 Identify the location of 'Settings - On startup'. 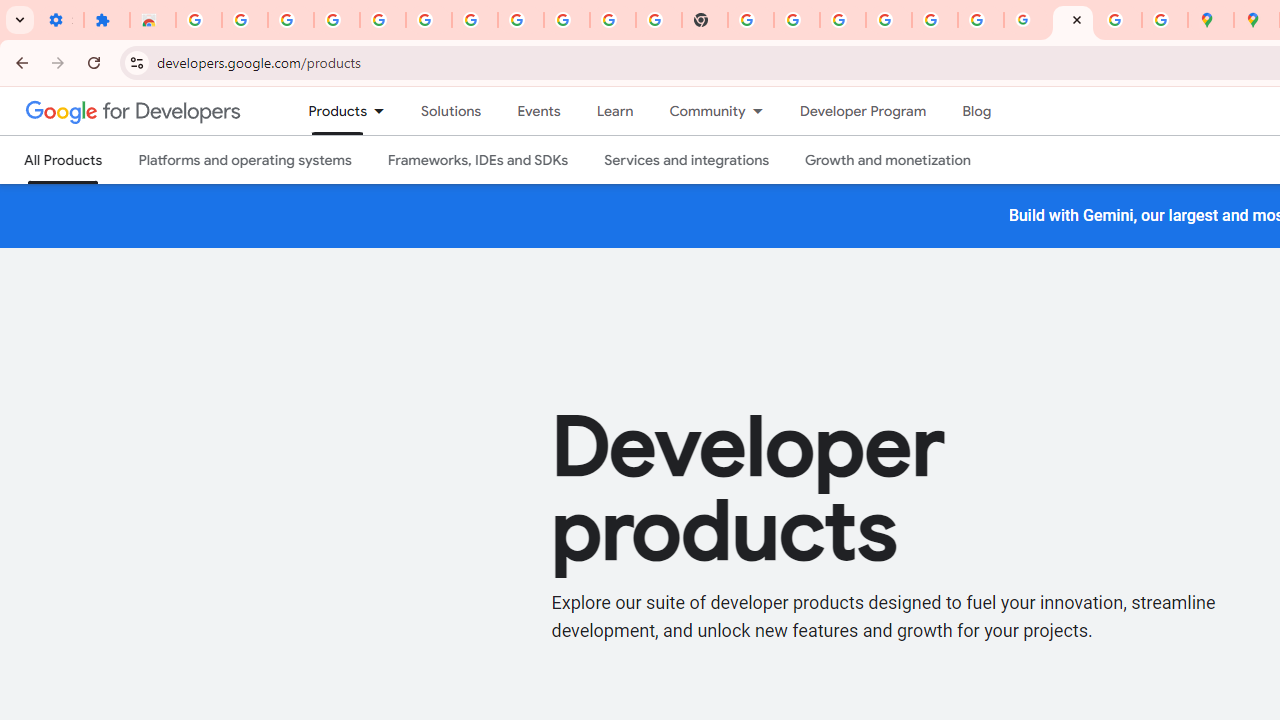
(60, 20).